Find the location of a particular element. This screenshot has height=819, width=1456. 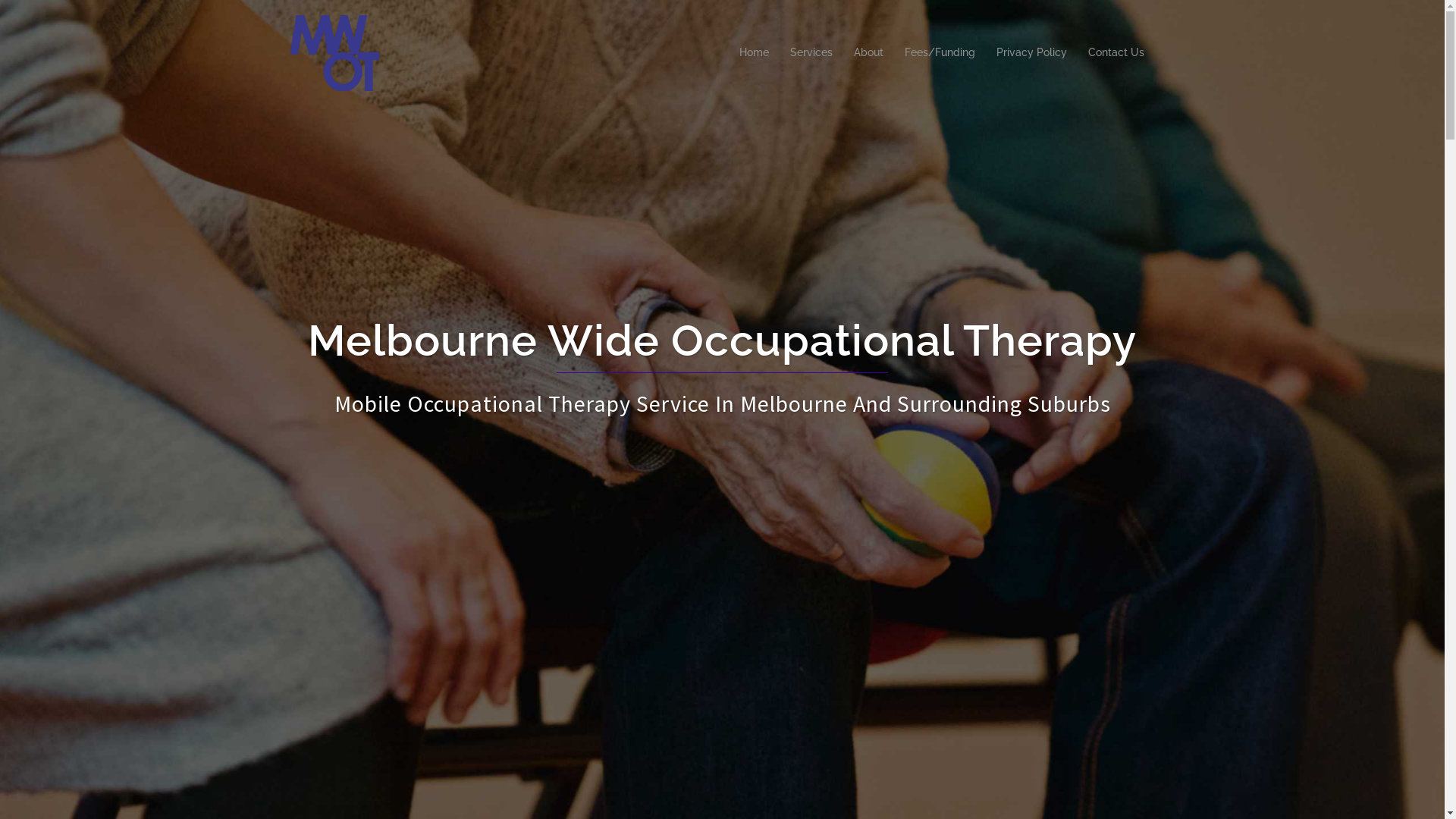

'Services' is located at coordinates (811, 52).